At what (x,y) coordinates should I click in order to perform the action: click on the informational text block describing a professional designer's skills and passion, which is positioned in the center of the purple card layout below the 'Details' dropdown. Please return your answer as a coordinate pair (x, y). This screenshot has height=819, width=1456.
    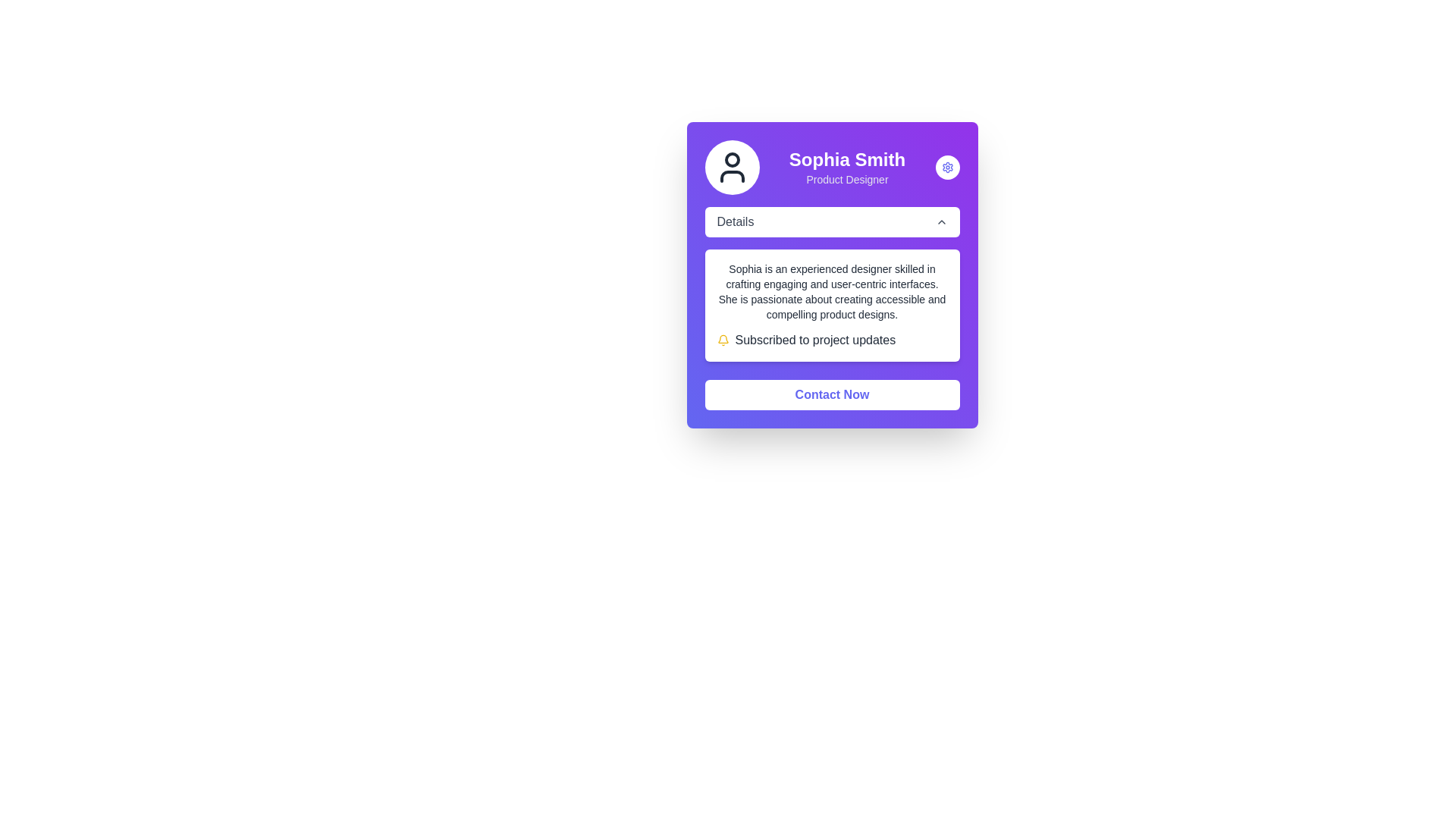
    Looking at the image, I should click on (831, 292).